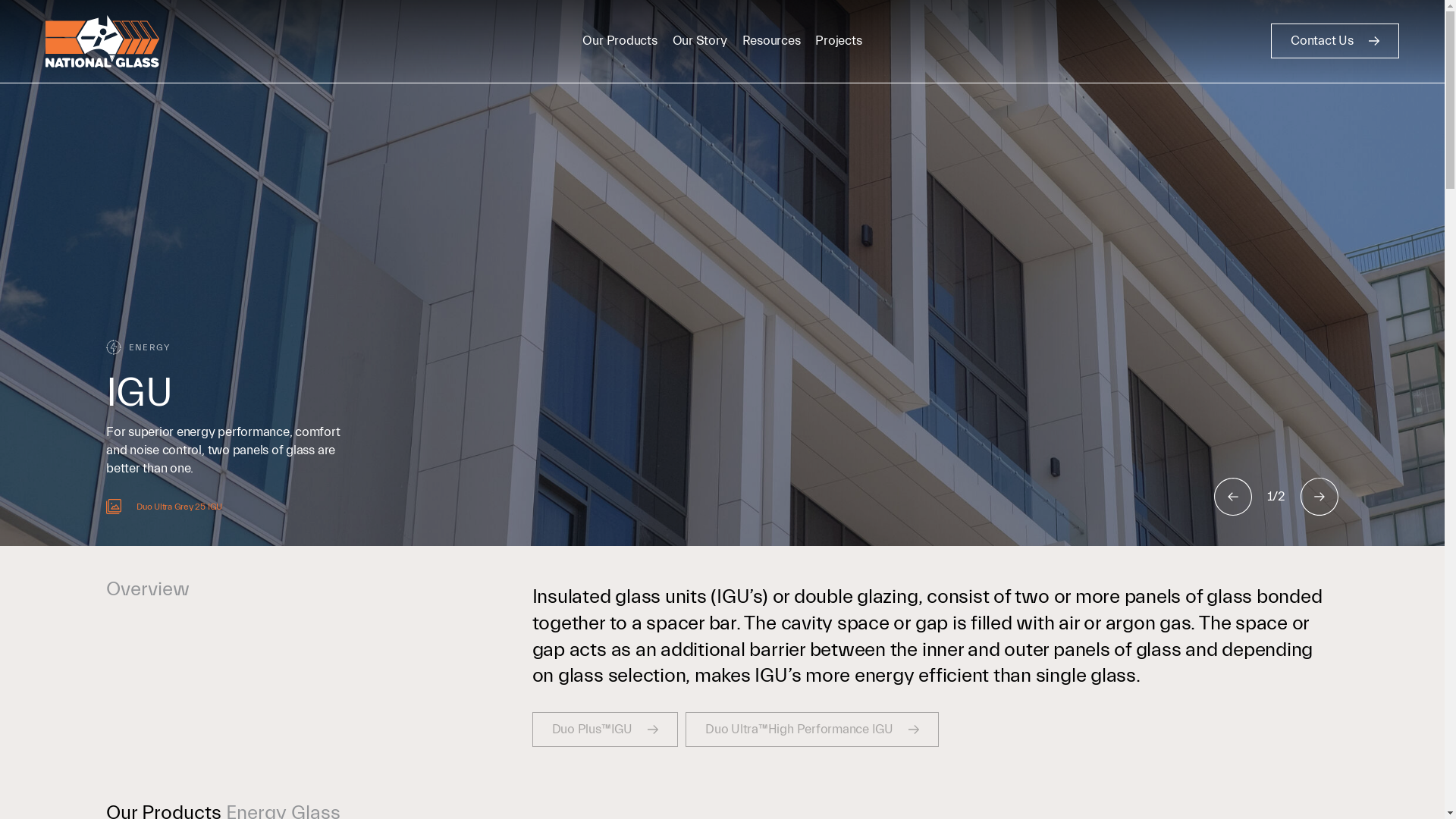 The width and height of the screenshot is (1456, 819). I want to click on 'Contact Us', so click(1335, 40).